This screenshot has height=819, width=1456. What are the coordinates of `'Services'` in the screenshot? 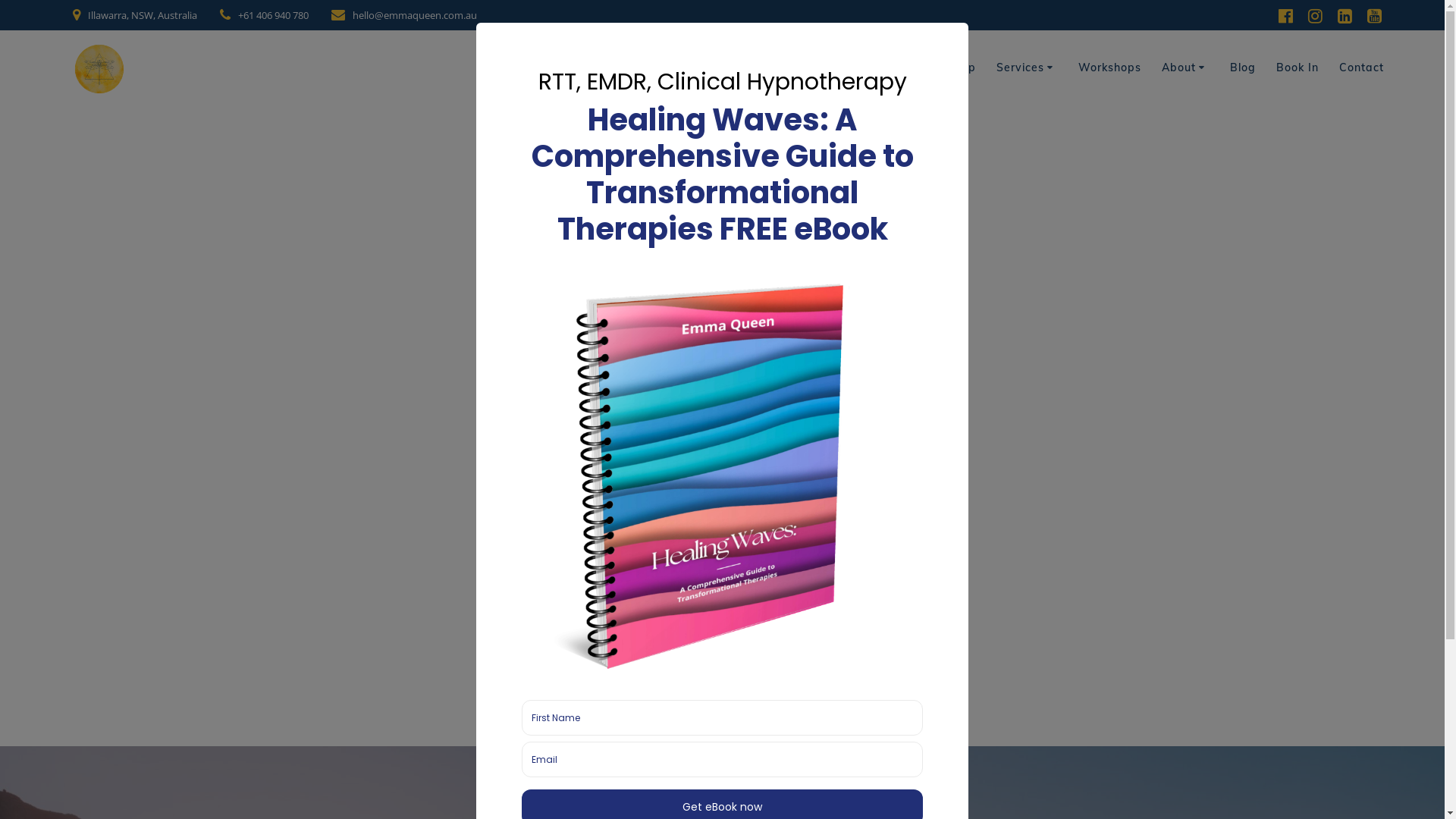 It's located at (1027, 68).